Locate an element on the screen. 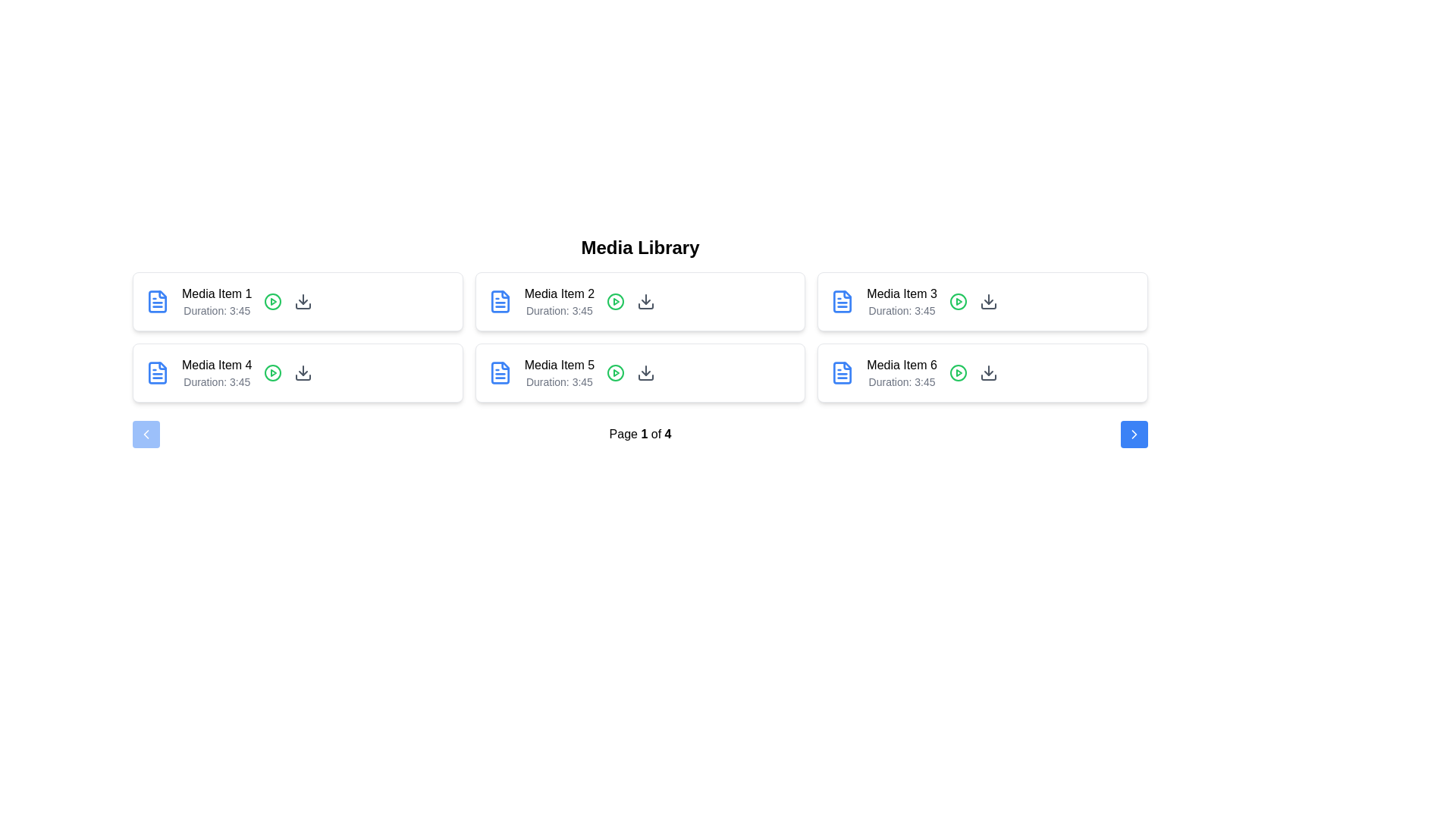 Image resolution: width=1456 pixels, height=819 pixels. the text label displaying 'Duration: 3:45' located in the card for 'Media Item 2', which is centered below the main title is located at coordinates (558, 309).